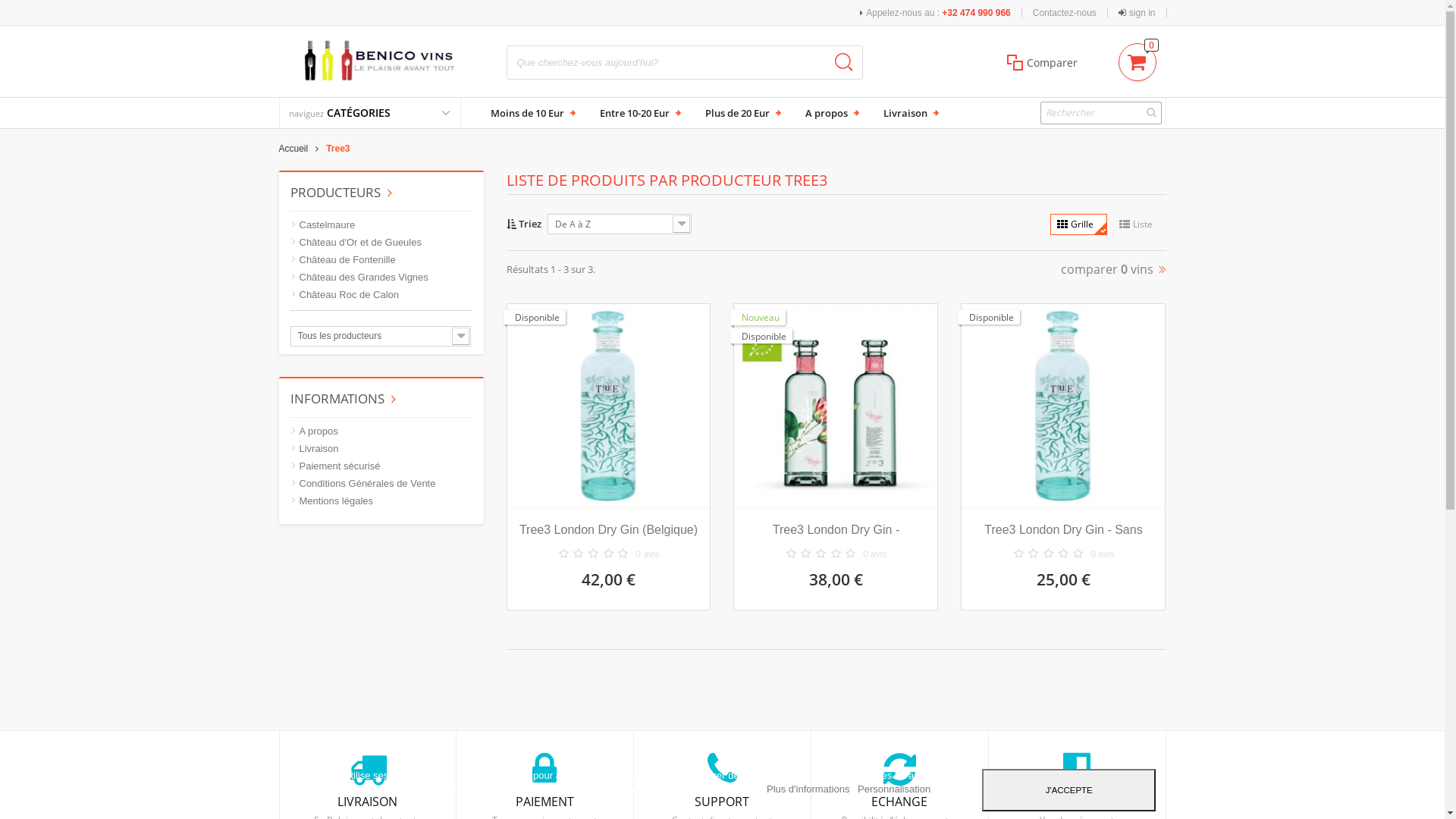  Describe the element at coordinates (1112, 268) in the screenshot. I see `'comparer 0 vins'` at that location.